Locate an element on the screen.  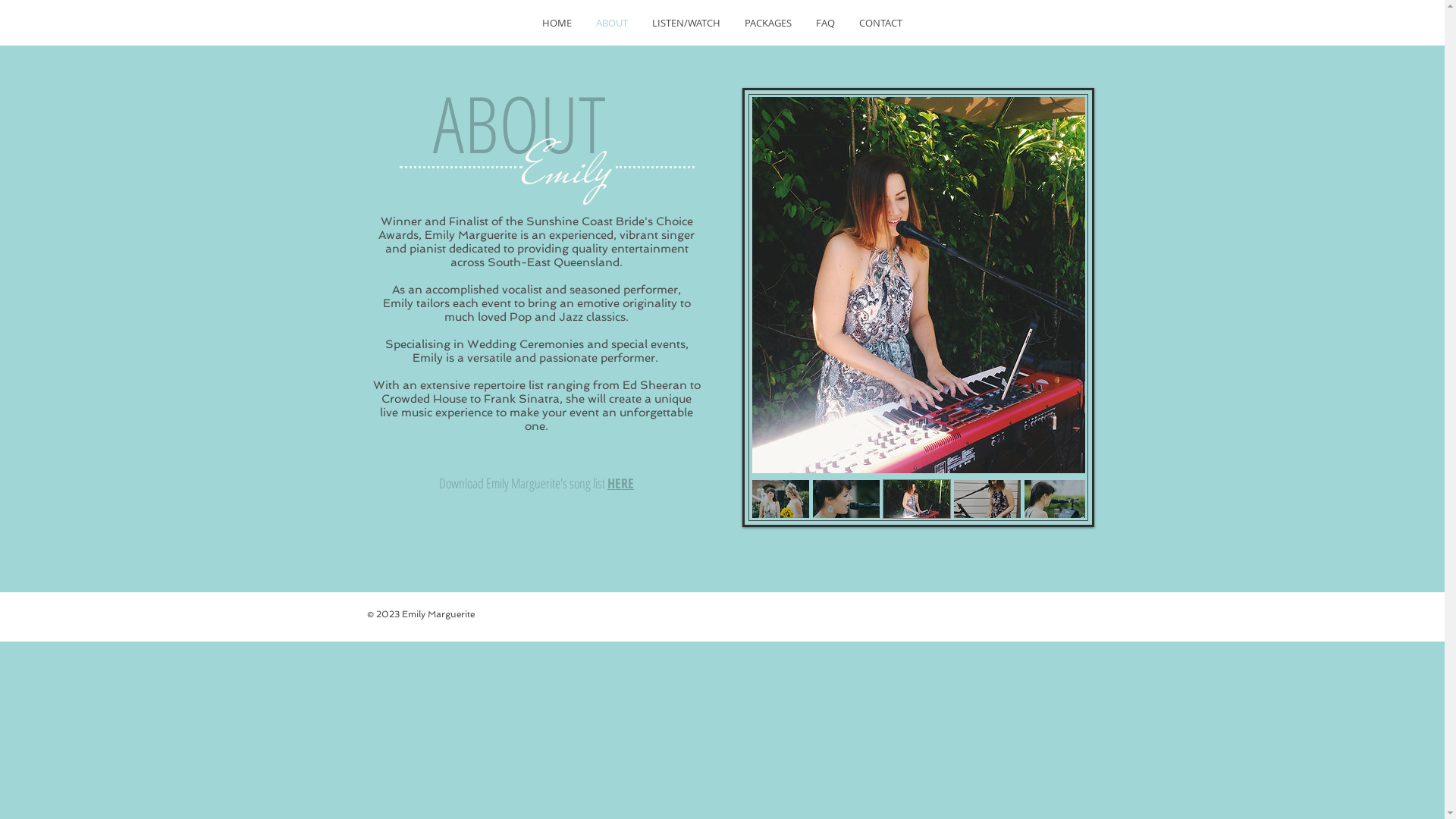
'ABOUT' is located at coordinates (611, 23).